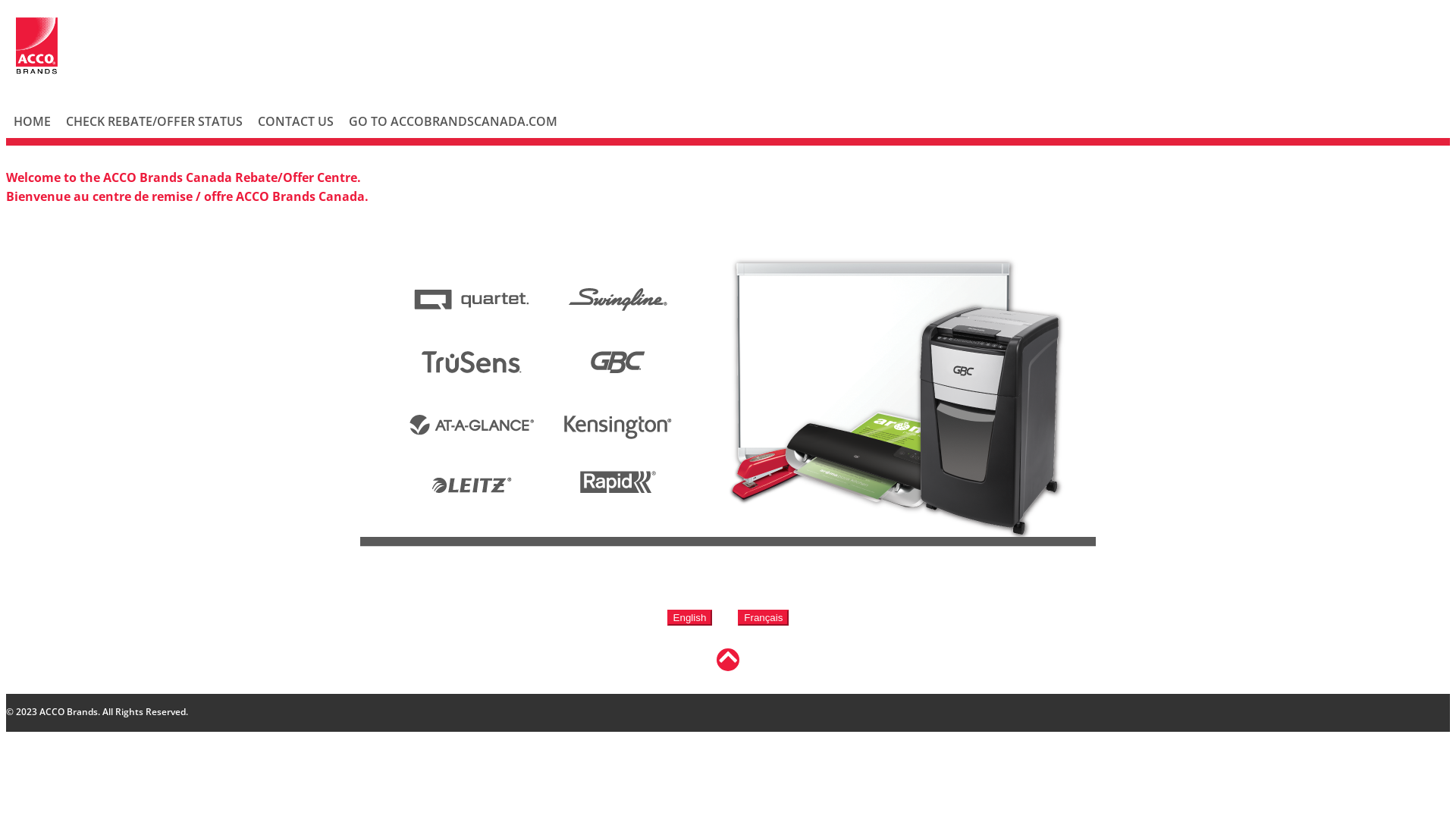 This screenshot has height=819, width=1456. What do you see at coordinates (295, 120) in the screenshot?
I see `'CONTACT US'` at bounding box center [295, 120].